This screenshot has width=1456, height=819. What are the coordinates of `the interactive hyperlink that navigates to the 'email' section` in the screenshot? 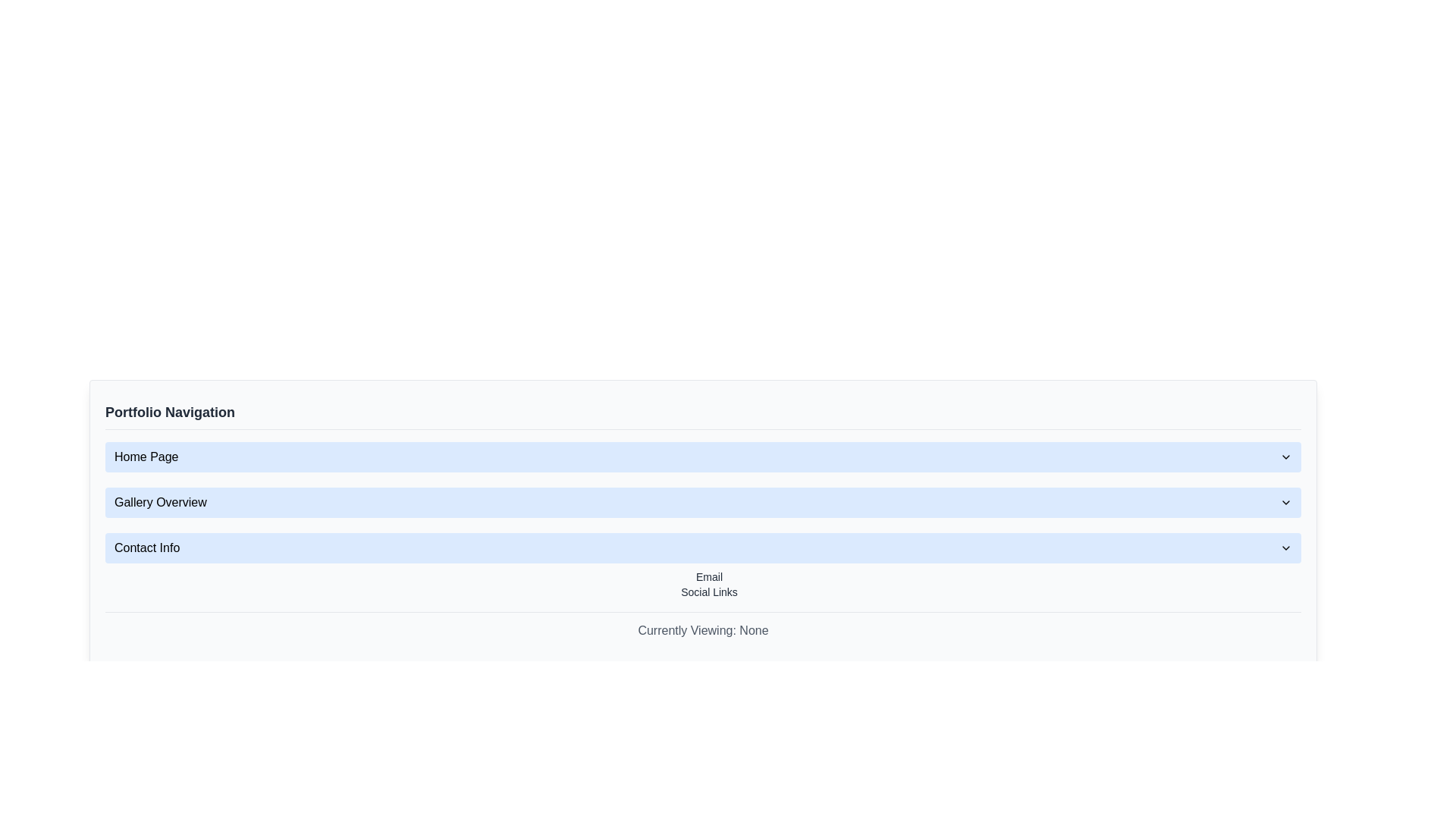 It's located at (708, 576).